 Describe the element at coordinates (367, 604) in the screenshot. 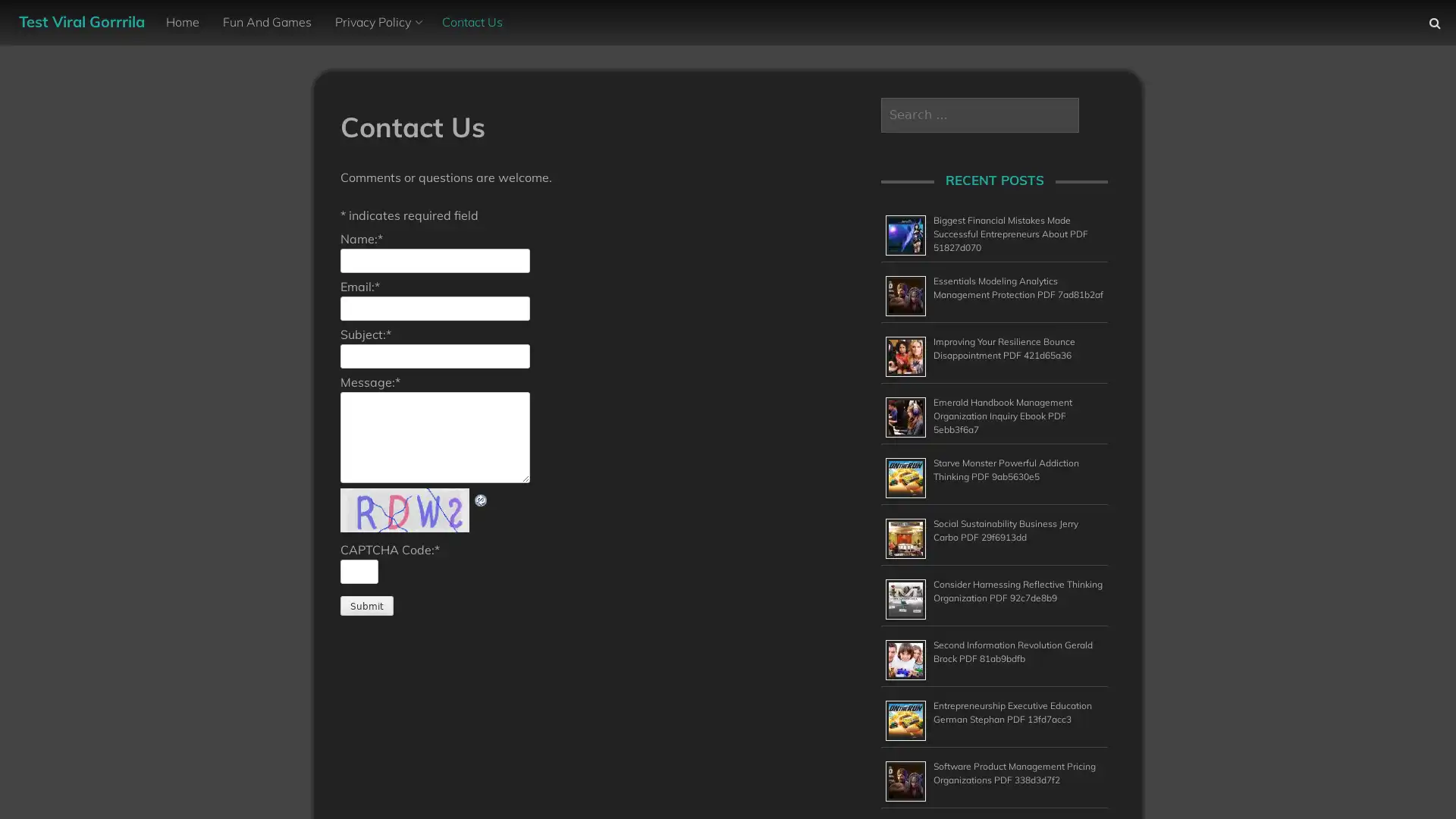

I see `Submit` at that location.